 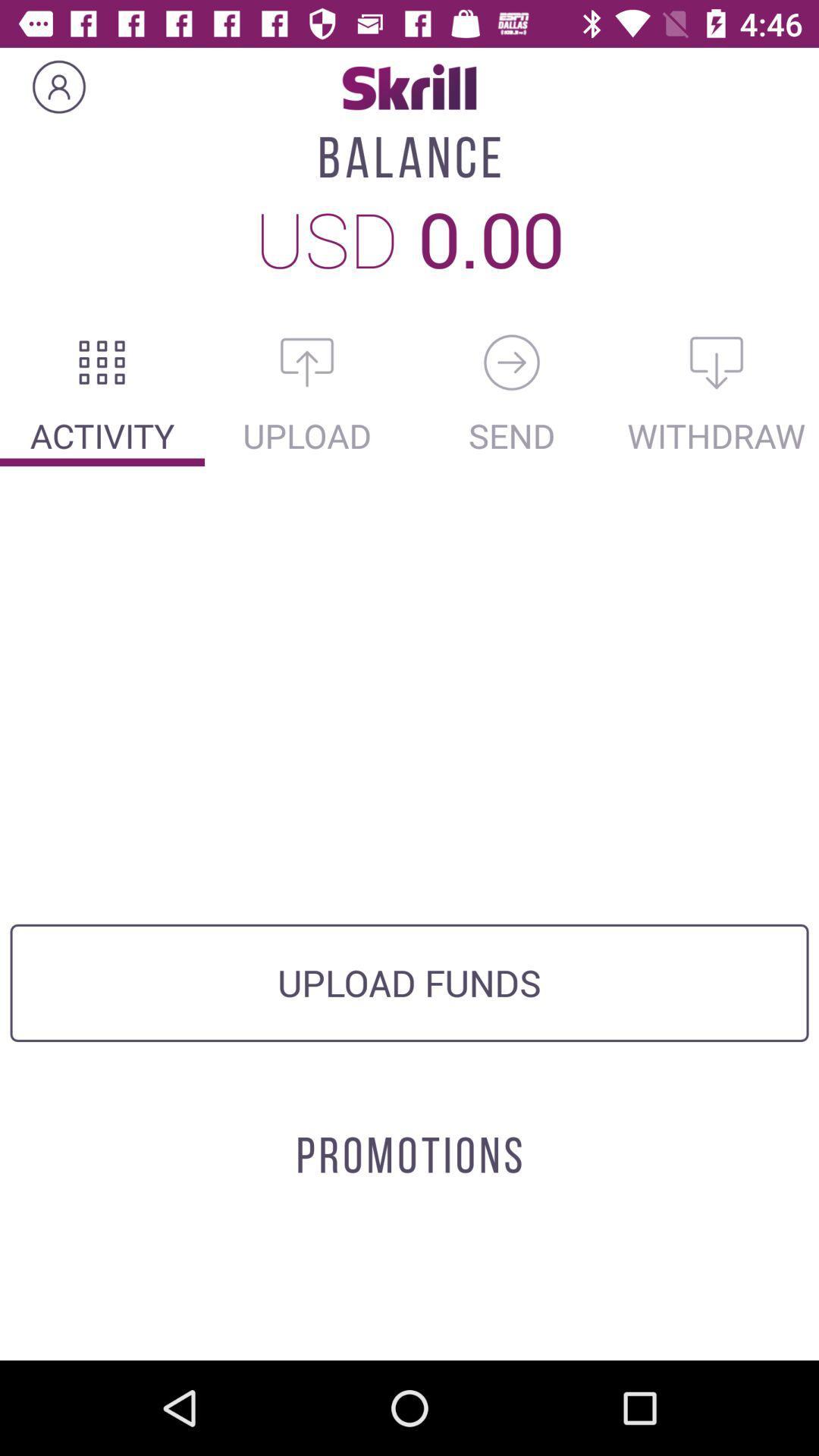 What do you see at coordinates (307, 362) in the screenshot?
I see `click upload` at bounding box center [307, 362].